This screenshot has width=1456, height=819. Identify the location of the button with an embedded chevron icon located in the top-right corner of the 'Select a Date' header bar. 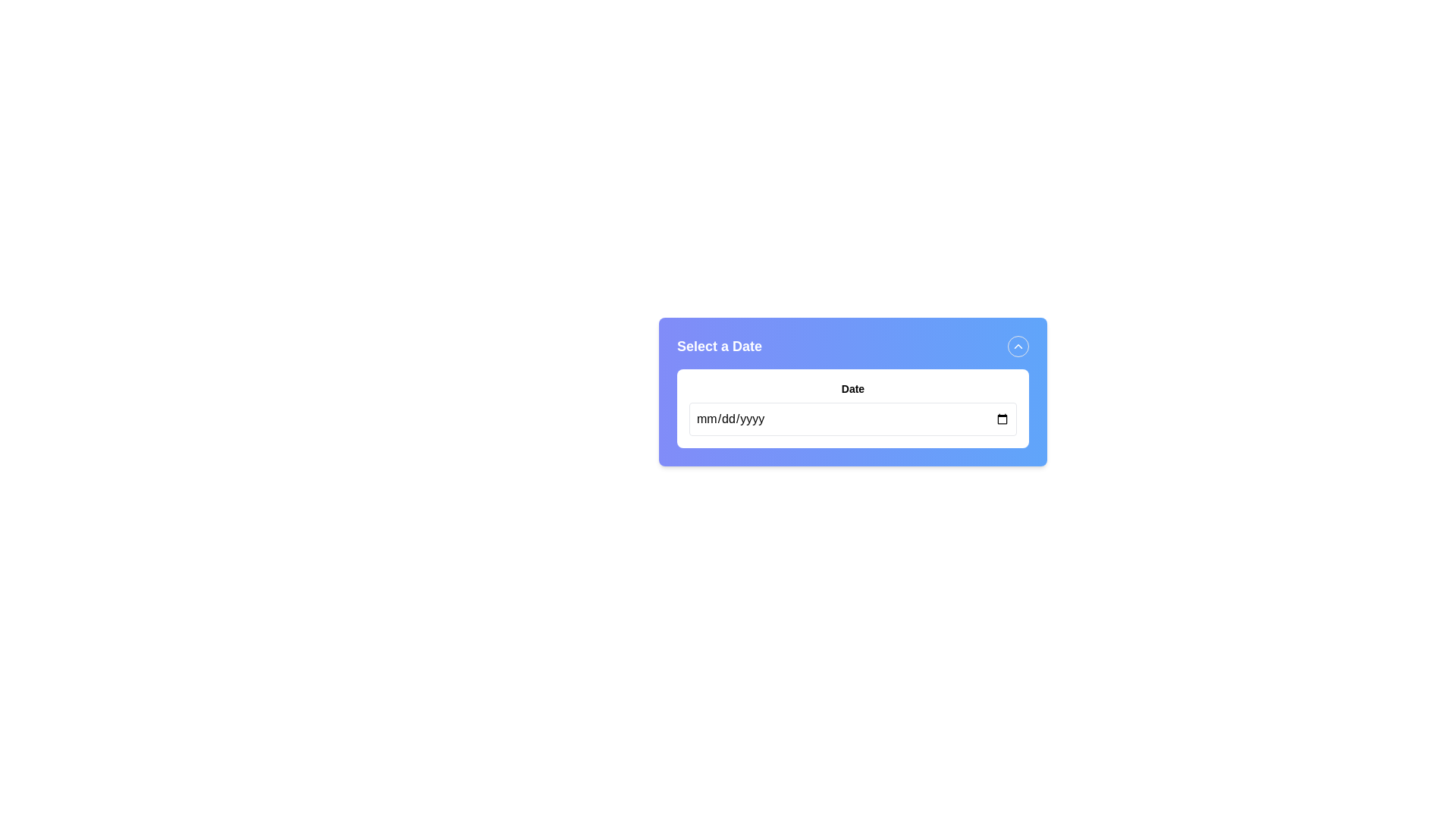
(1018, 346).